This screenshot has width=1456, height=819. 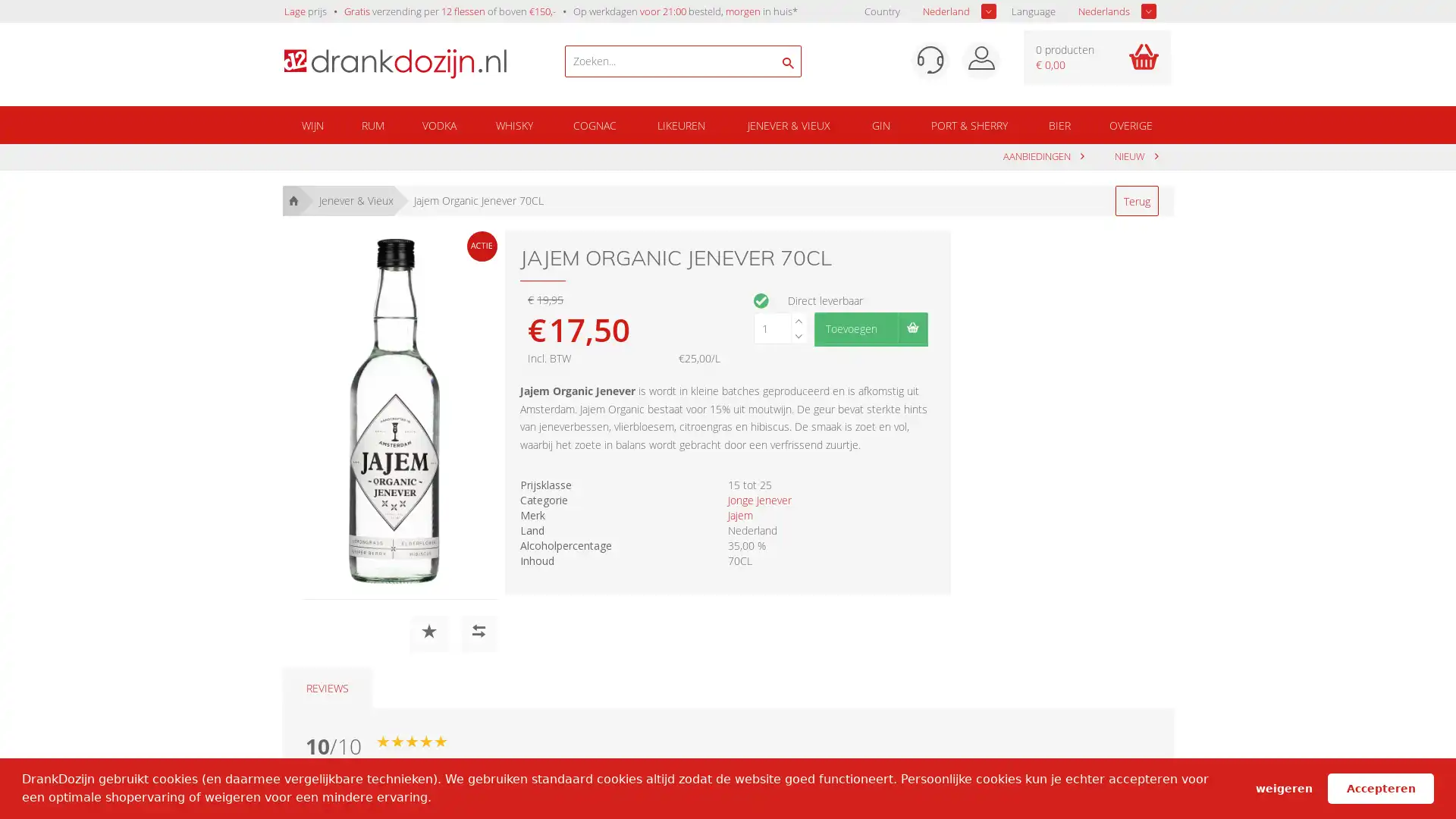 What do you see at coordinates (1282, 787) in the screenshot?
I see `deny cookies` at bounding box center [1282, 787].